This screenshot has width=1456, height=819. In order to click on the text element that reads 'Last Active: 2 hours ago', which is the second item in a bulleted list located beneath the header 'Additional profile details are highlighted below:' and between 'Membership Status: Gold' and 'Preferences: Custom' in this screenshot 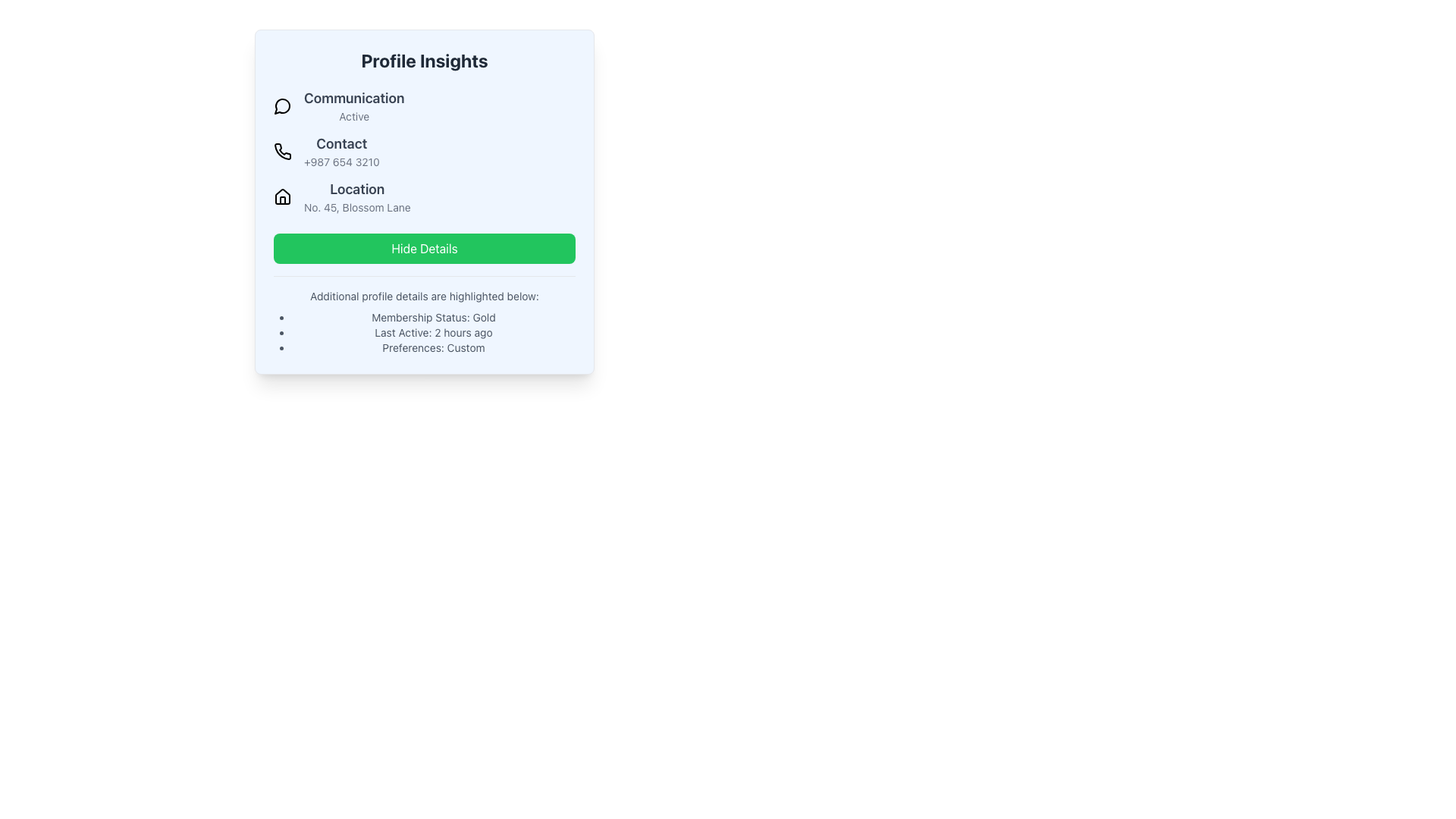, I will do `click(432, 332)`.